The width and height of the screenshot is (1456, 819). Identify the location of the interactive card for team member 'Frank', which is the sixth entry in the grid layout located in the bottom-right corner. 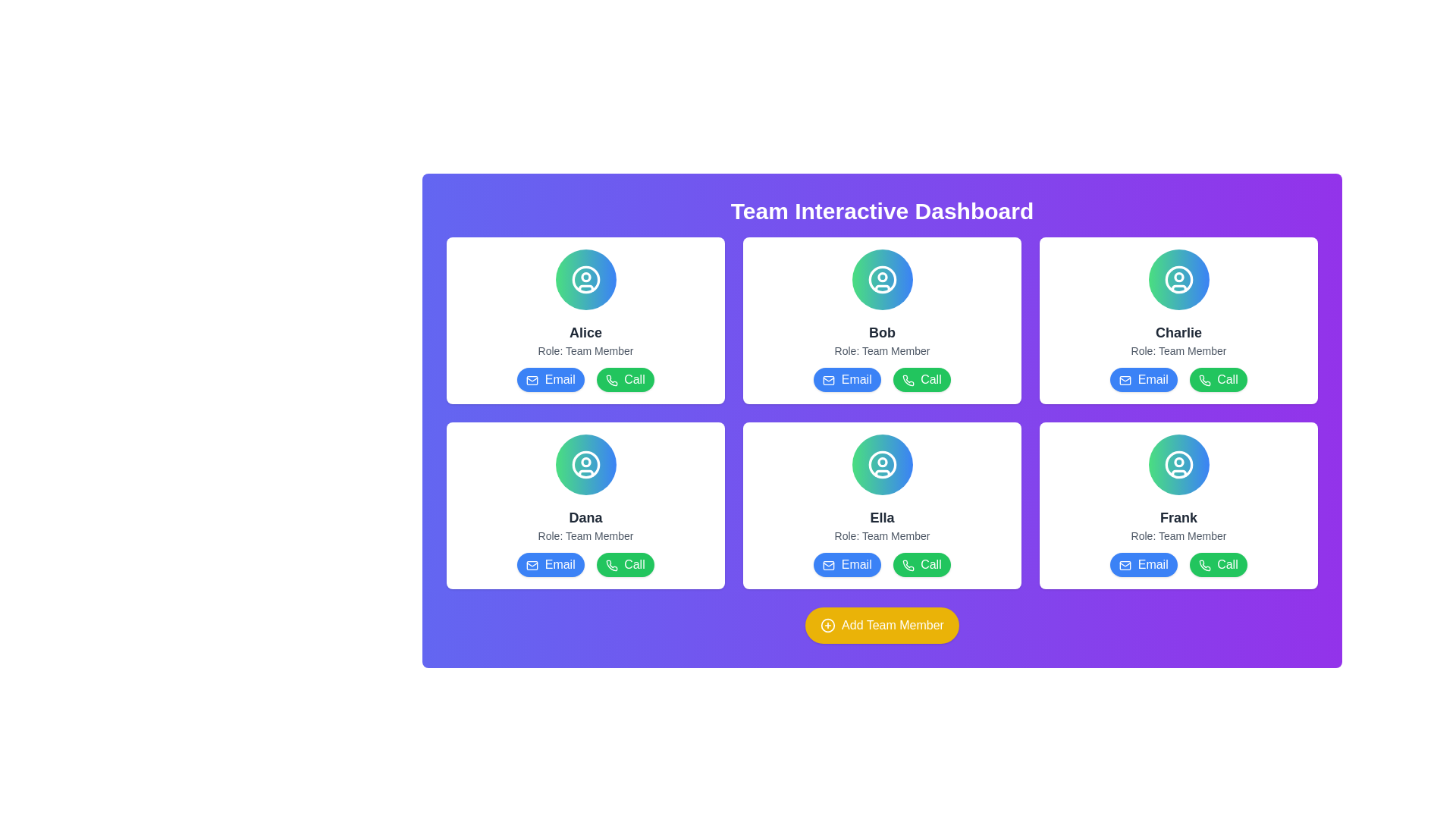
(1178, 506).